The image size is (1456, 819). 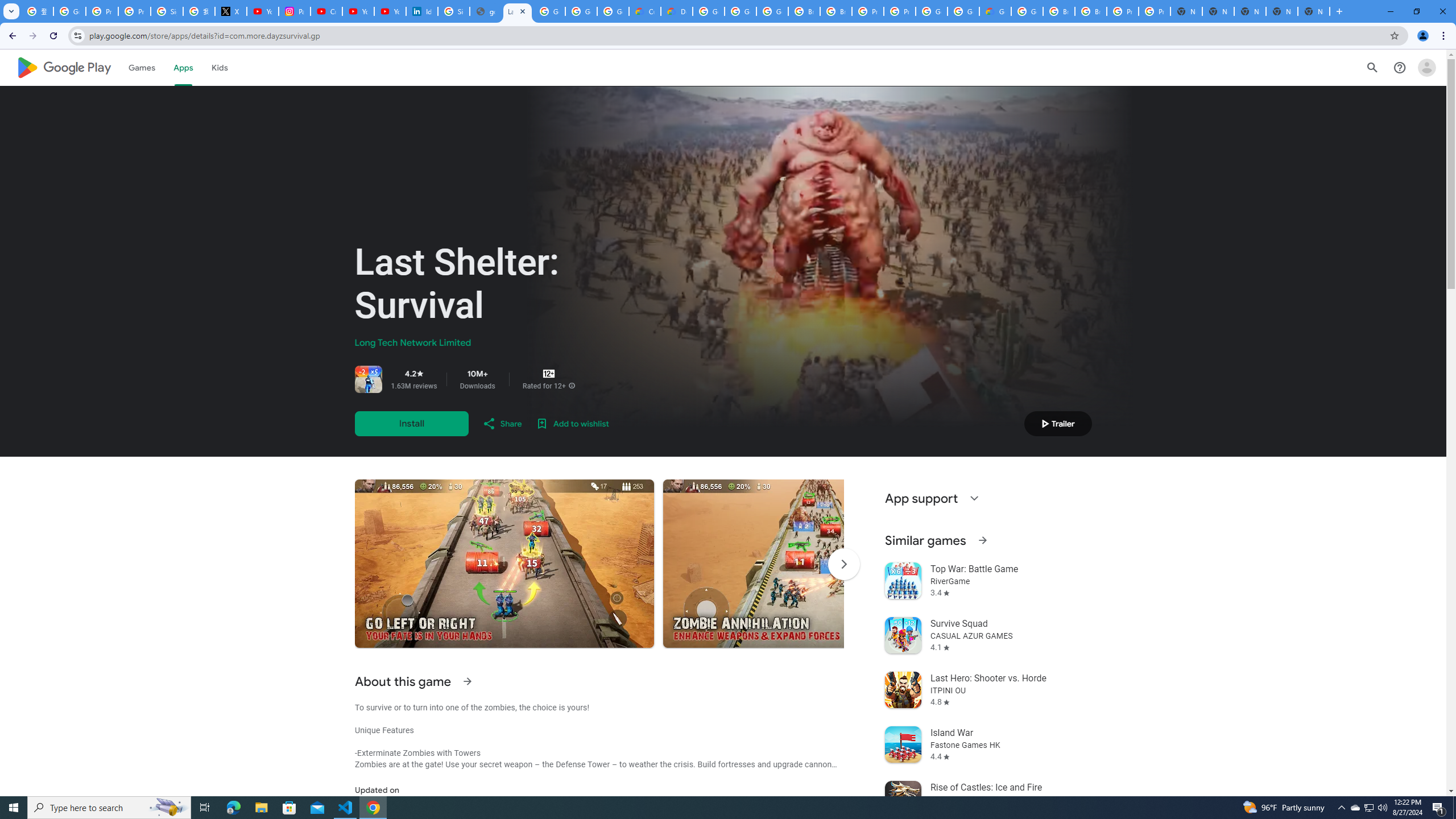 I want to click on 'Open account menu', so click(x=1426, y=67).